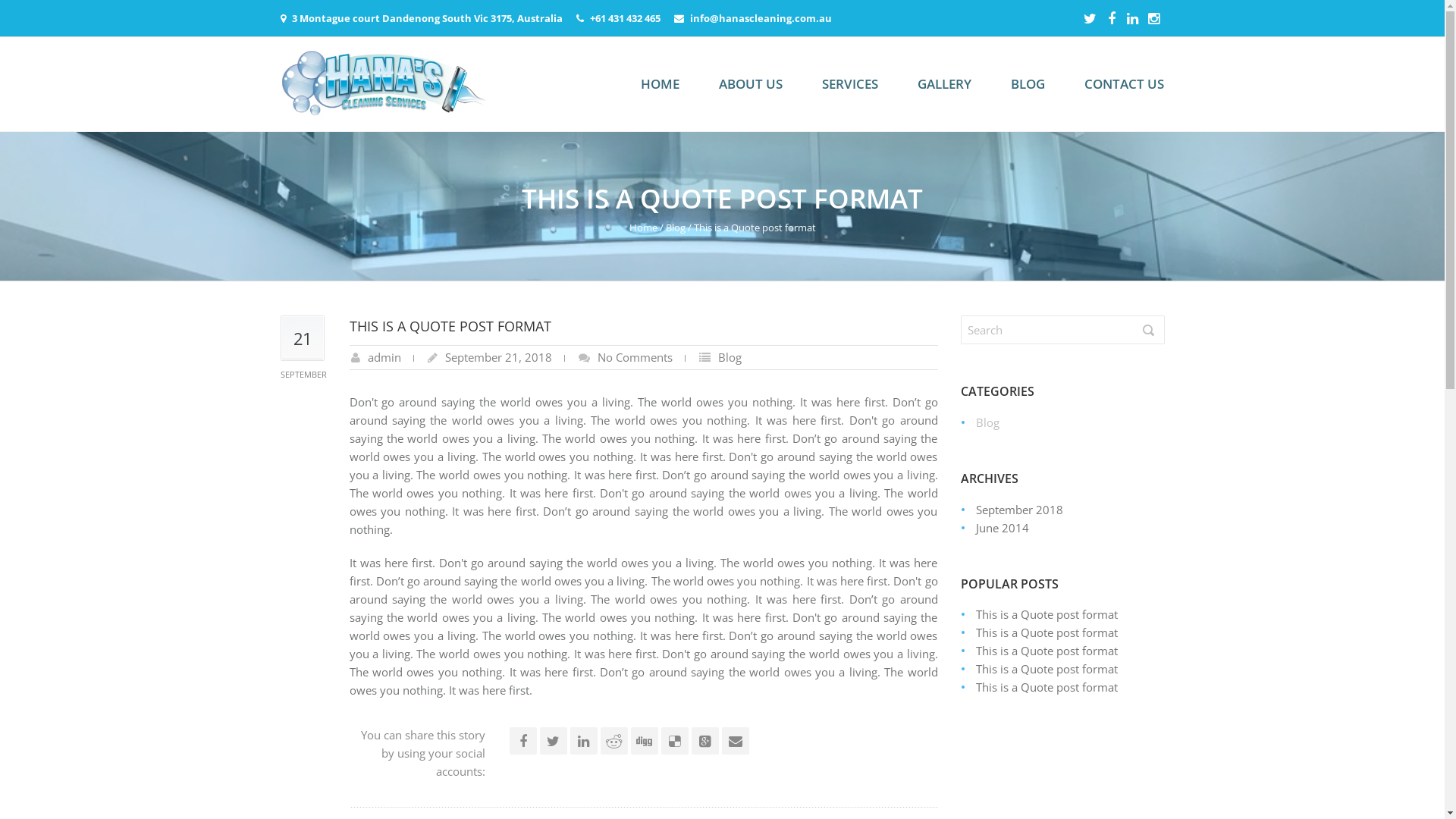 The height and width of the screenshot is (819, 1456). What do you see at coordinates (367, 356) in the screenshot?
I see `'admin'` at bounding box center [367, 356].